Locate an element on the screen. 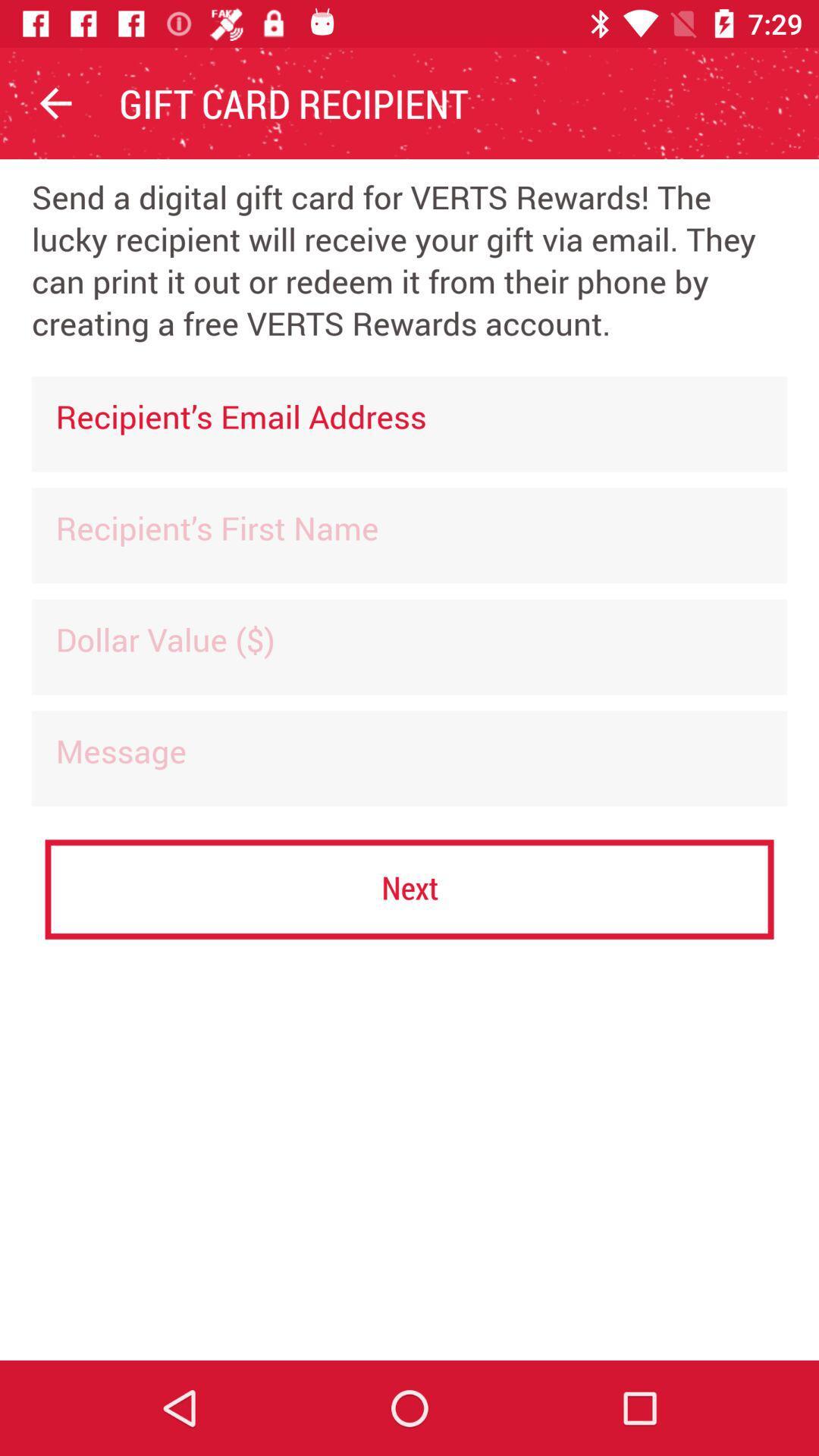 Image resolution: width=819 pixels, height=1456 pixels. the next item is located at coordinates (409, 889).